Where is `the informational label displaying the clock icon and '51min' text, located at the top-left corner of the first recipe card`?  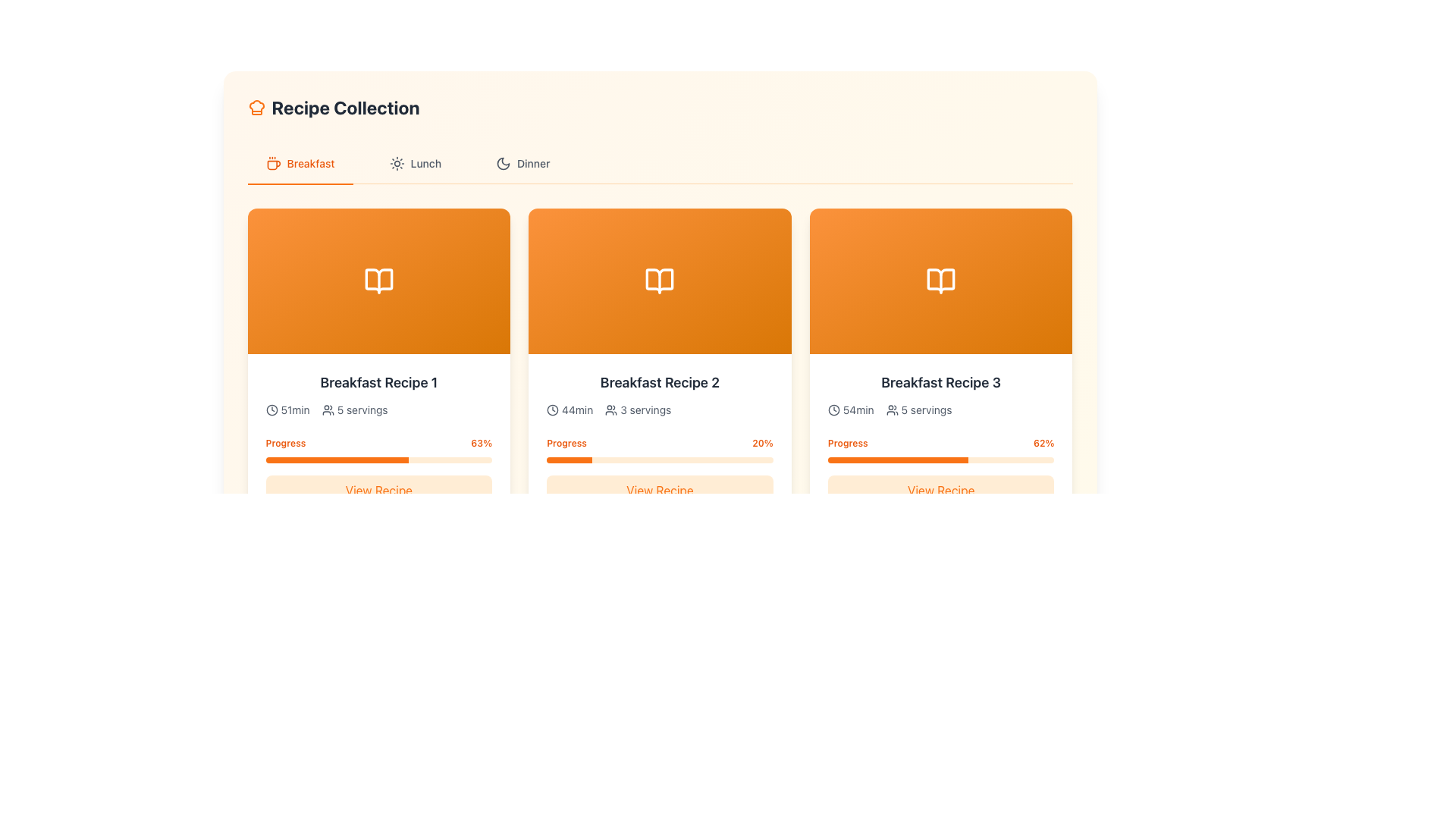
the informational label displaying the clock icon and '51min' text, located at the top-left corner of the first recipe card is located at coordinates (287, 409).